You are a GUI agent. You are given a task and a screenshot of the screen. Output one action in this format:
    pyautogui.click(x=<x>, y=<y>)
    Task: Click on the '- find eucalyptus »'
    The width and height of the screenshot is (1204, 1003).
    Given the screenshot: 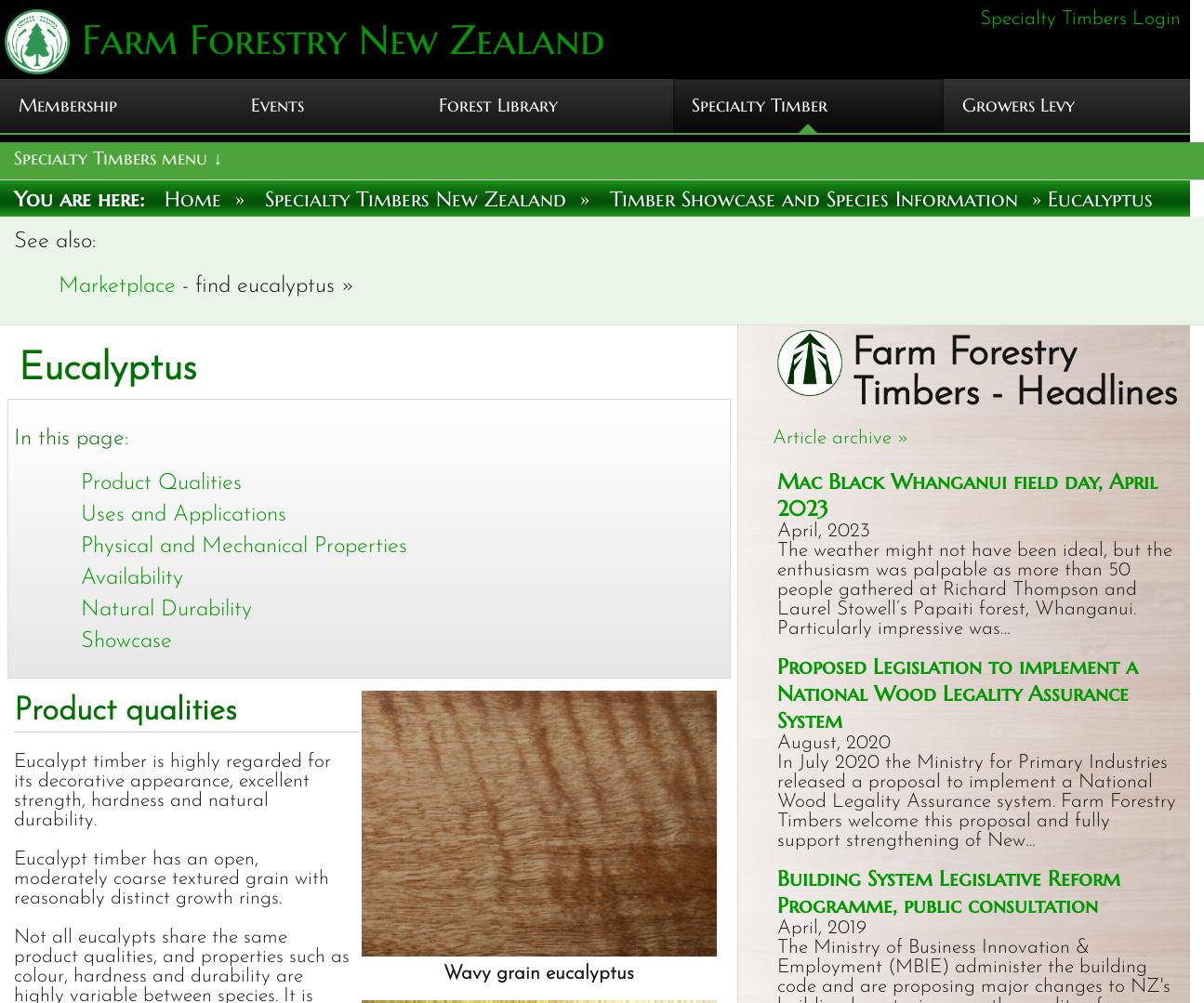 What is the action you would take?
    pyautogui.click(x=265, y=284)
    